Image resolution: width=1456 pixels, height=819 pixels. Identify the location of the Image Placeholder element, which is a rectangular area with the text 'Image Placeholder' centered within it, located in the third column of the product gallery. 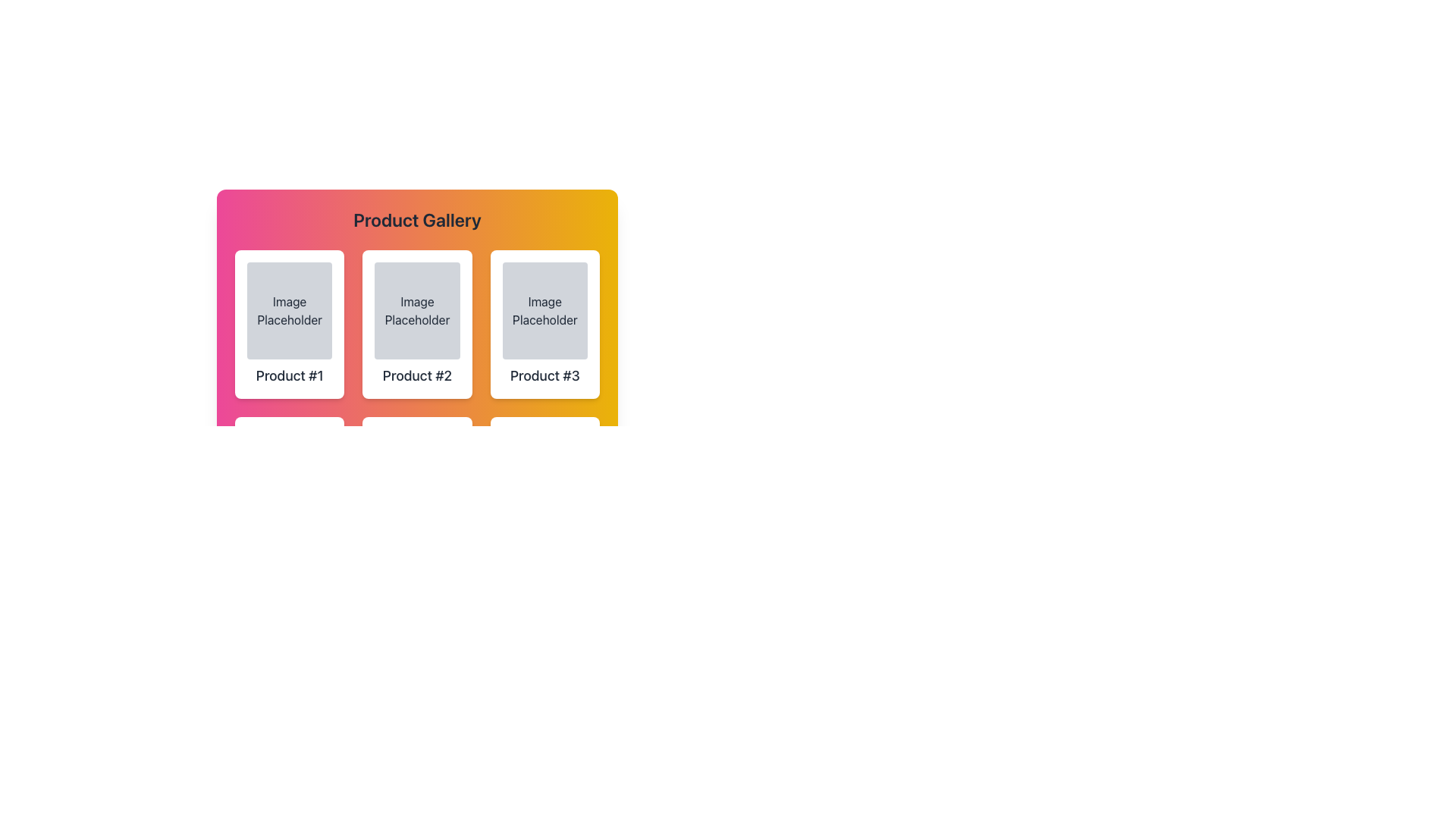
(544, 309).